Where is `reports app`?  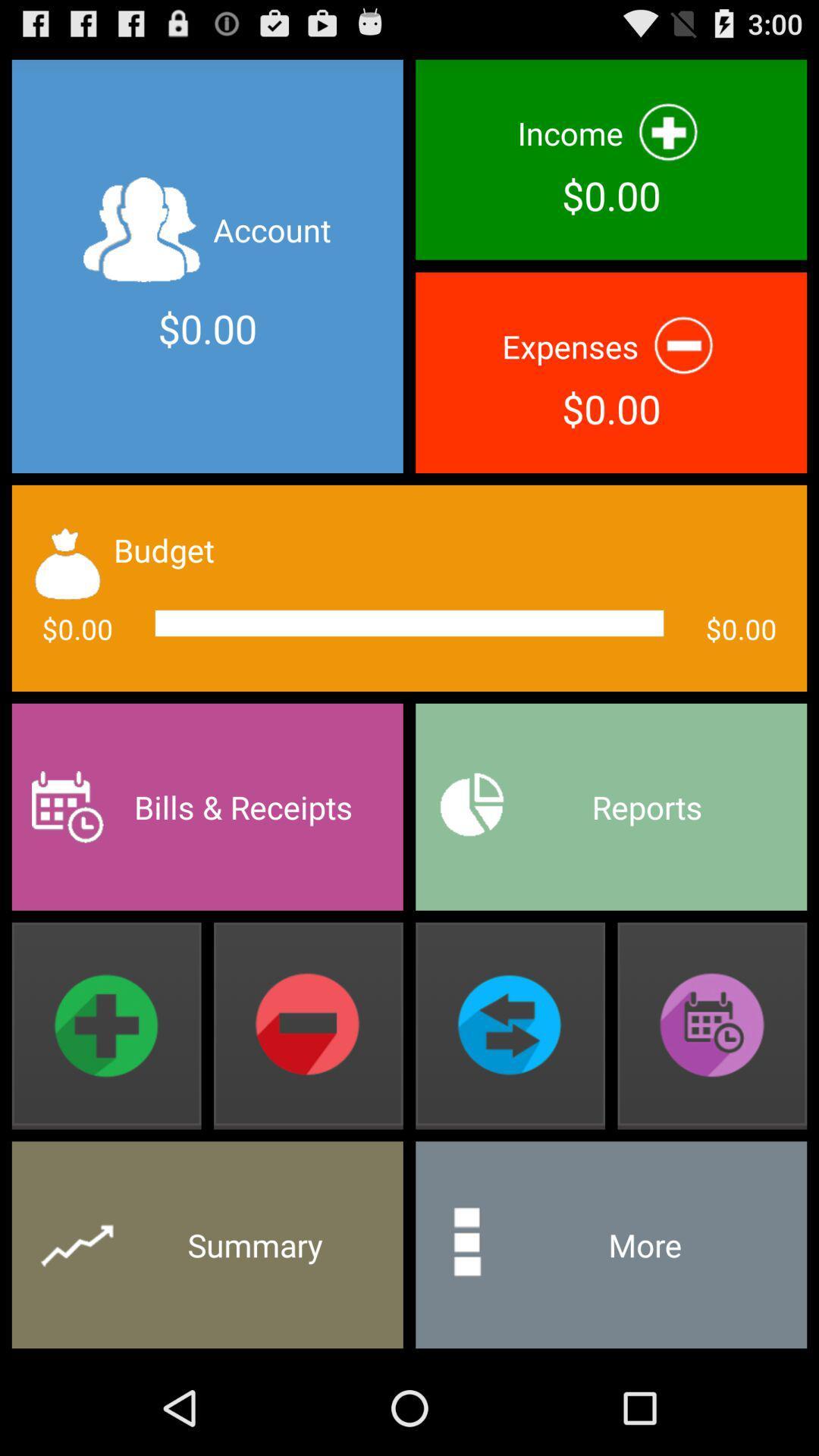 reports app is located at coordinates (610, 806).